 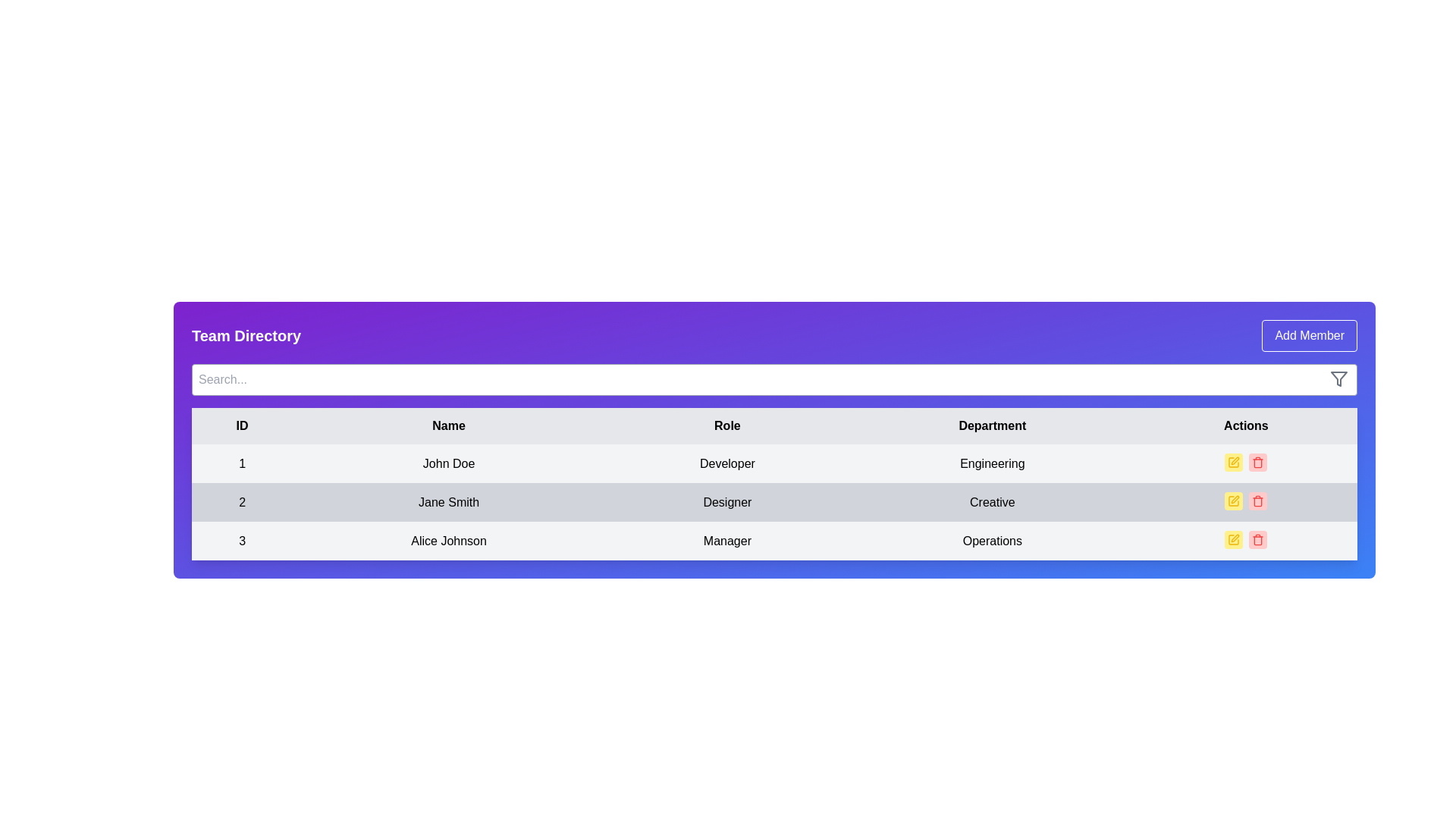 What do you see at coordinates (992, 426) in the screenshot?
I see `the 'Department' label, which is the fourth header in the table, styled in bold on a light gray background, located between 'Role' and 'Actions'` at bounding box center [992, 426].